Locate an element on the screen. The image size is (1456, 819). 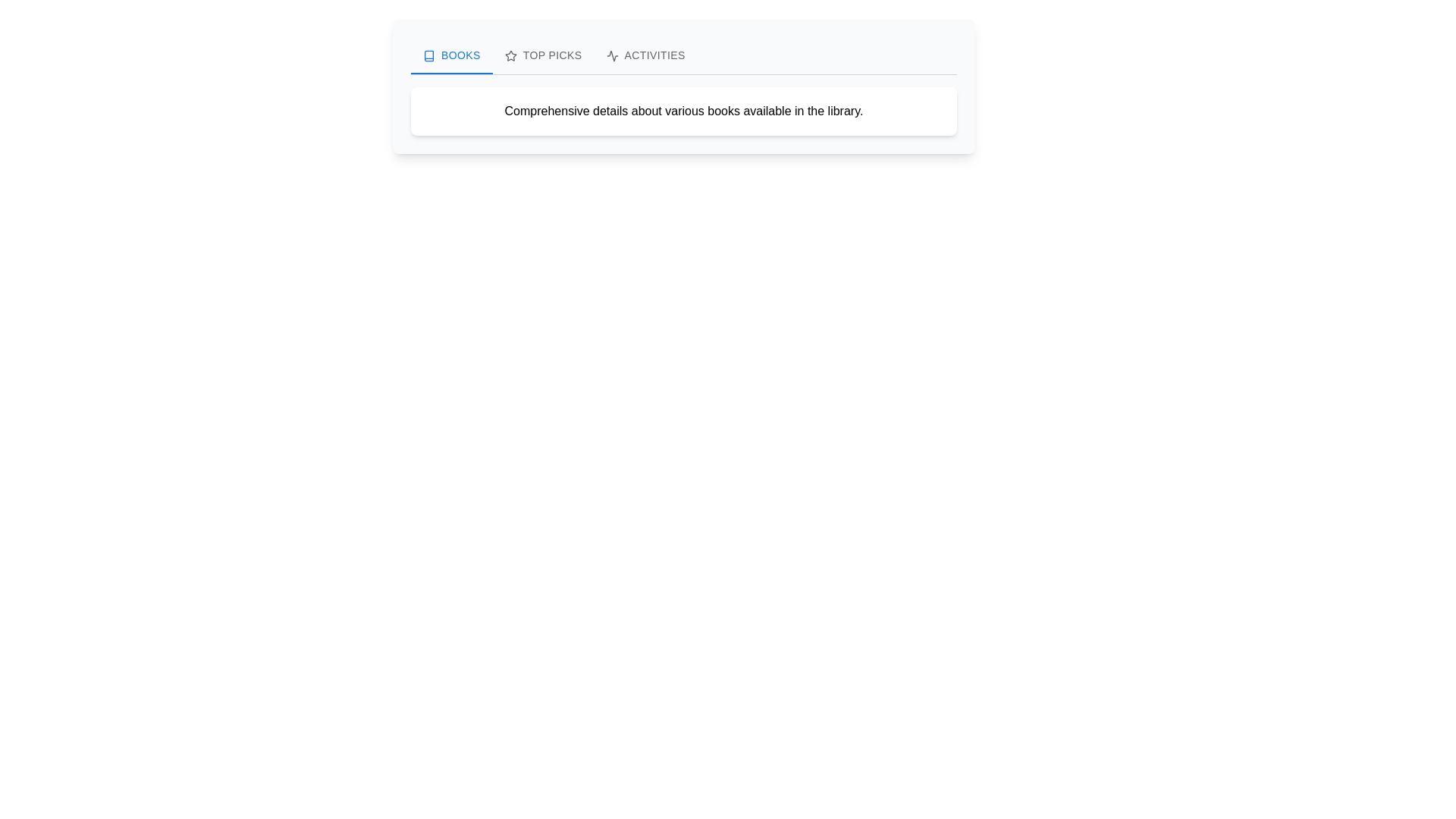
the icon that represents the 'Top Picks' section, located in the navigation bar to the immediate left of the text 'Top Picks' is located at coordinates (510, 55).